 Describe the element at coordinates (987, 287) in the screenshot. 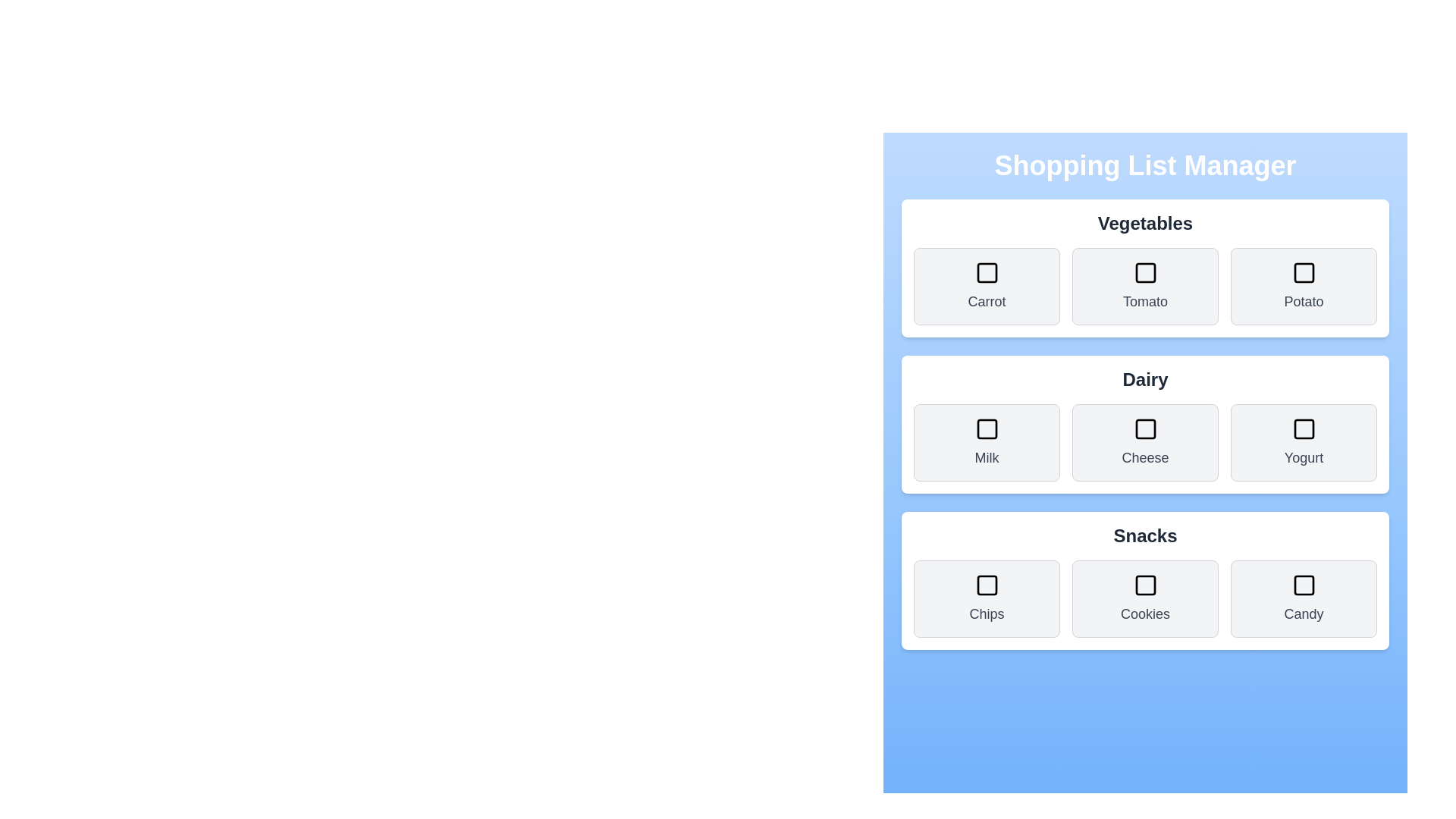

I see `the item Carrot to observe the hover effect` at that location.